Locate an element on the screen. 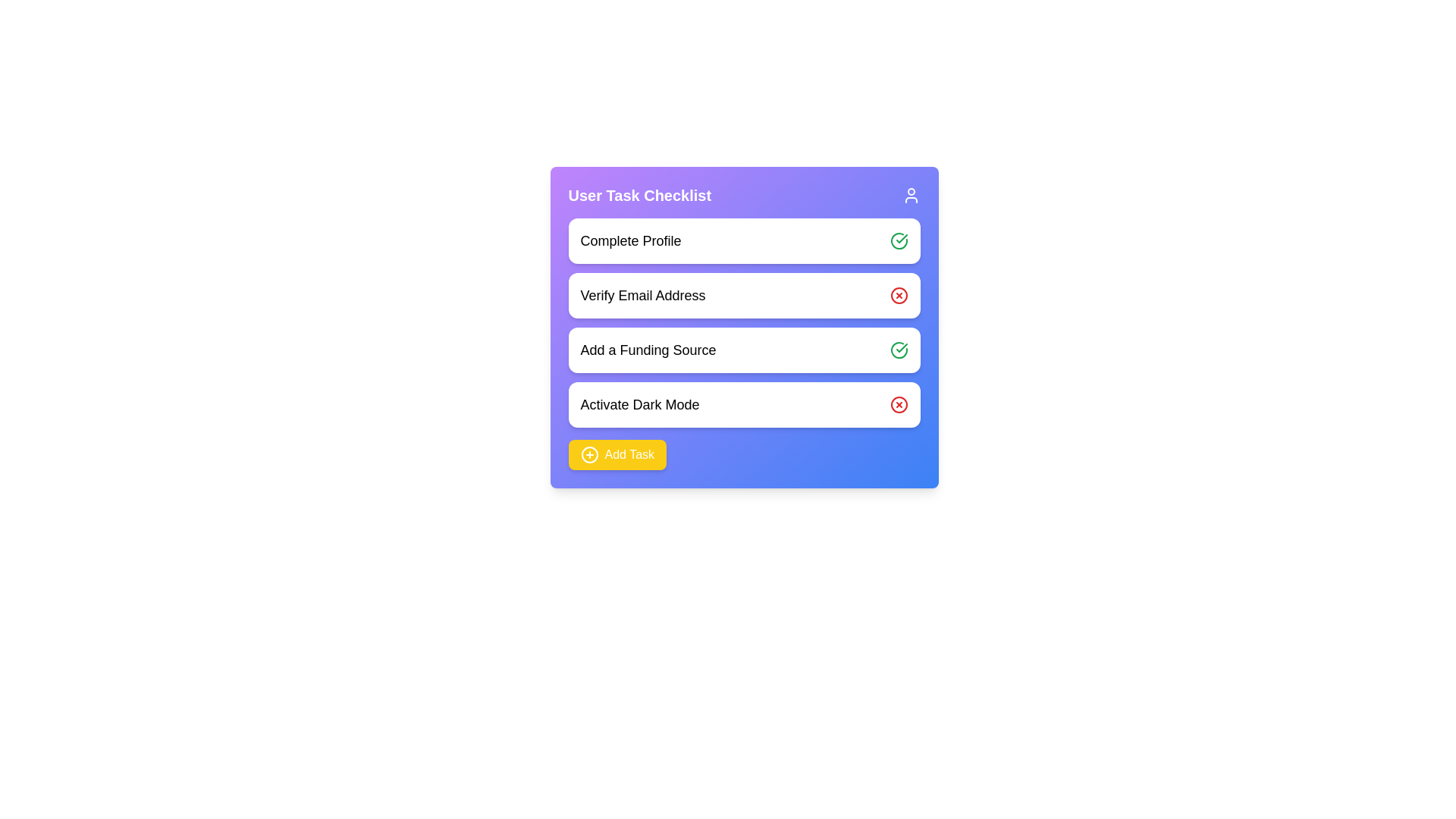  the text label displaying 'Complete Profile' in bold, black font, located at the top of the 'User Task Checklist' panel is located at coordinates (630, 240).